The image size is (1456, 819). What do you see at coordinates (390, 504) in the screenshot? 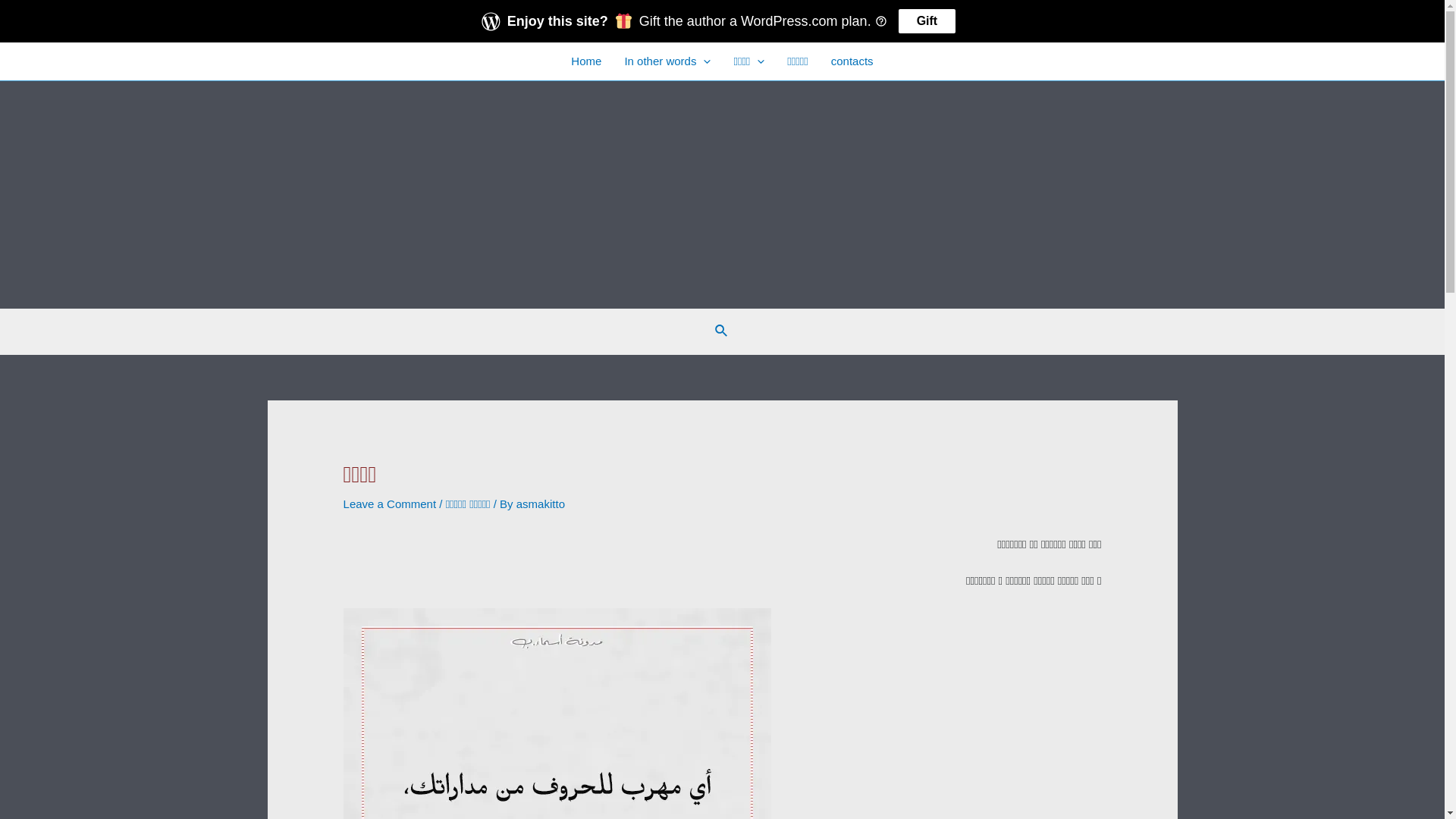
I see `'Leave a Comment'` at bounding box center [390, 504].